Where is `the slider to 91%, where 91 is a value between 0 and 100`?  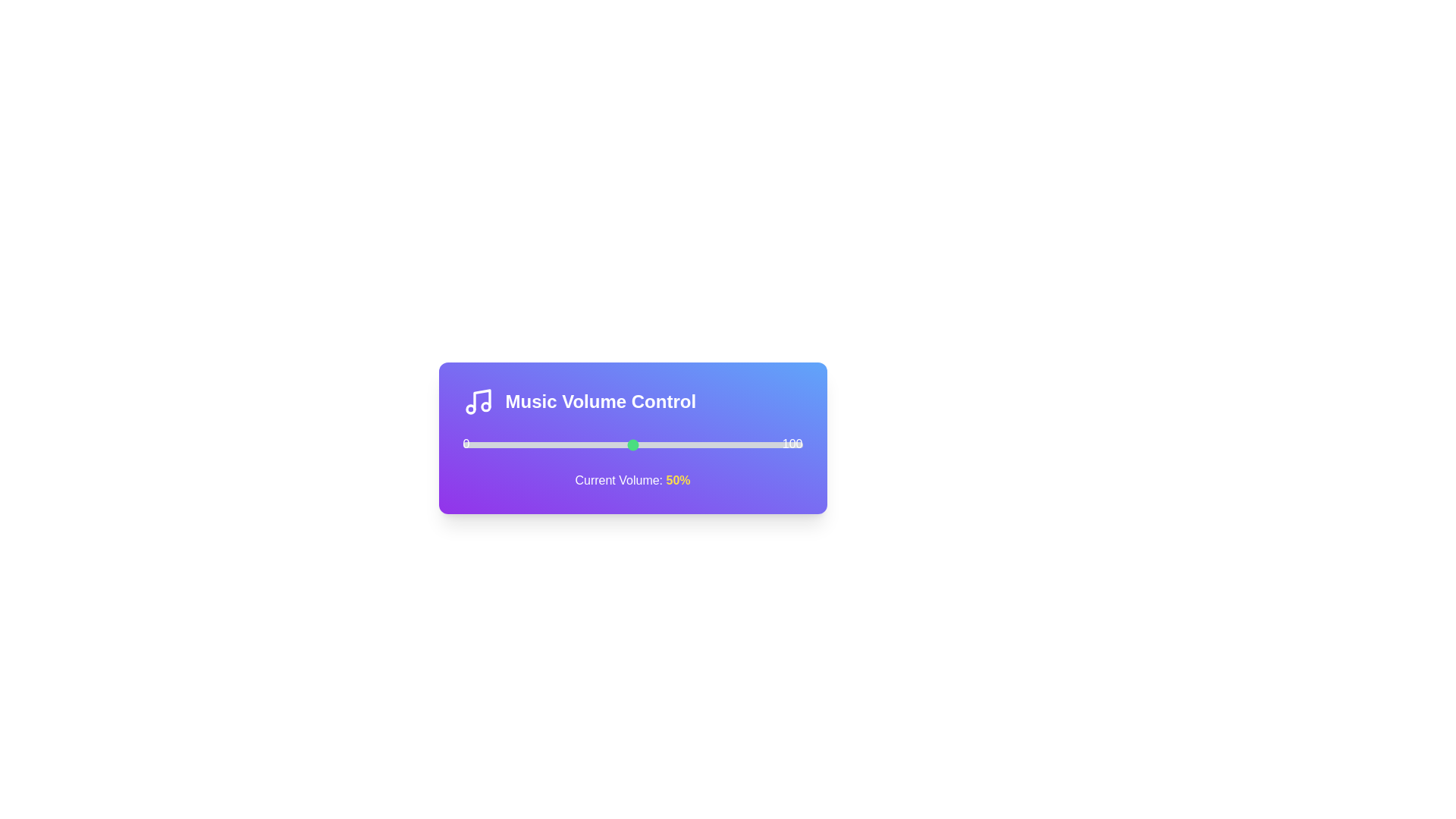
the slider to 91%, where 91 is a value between 0 and 100 is located at coordinates (772, 444).